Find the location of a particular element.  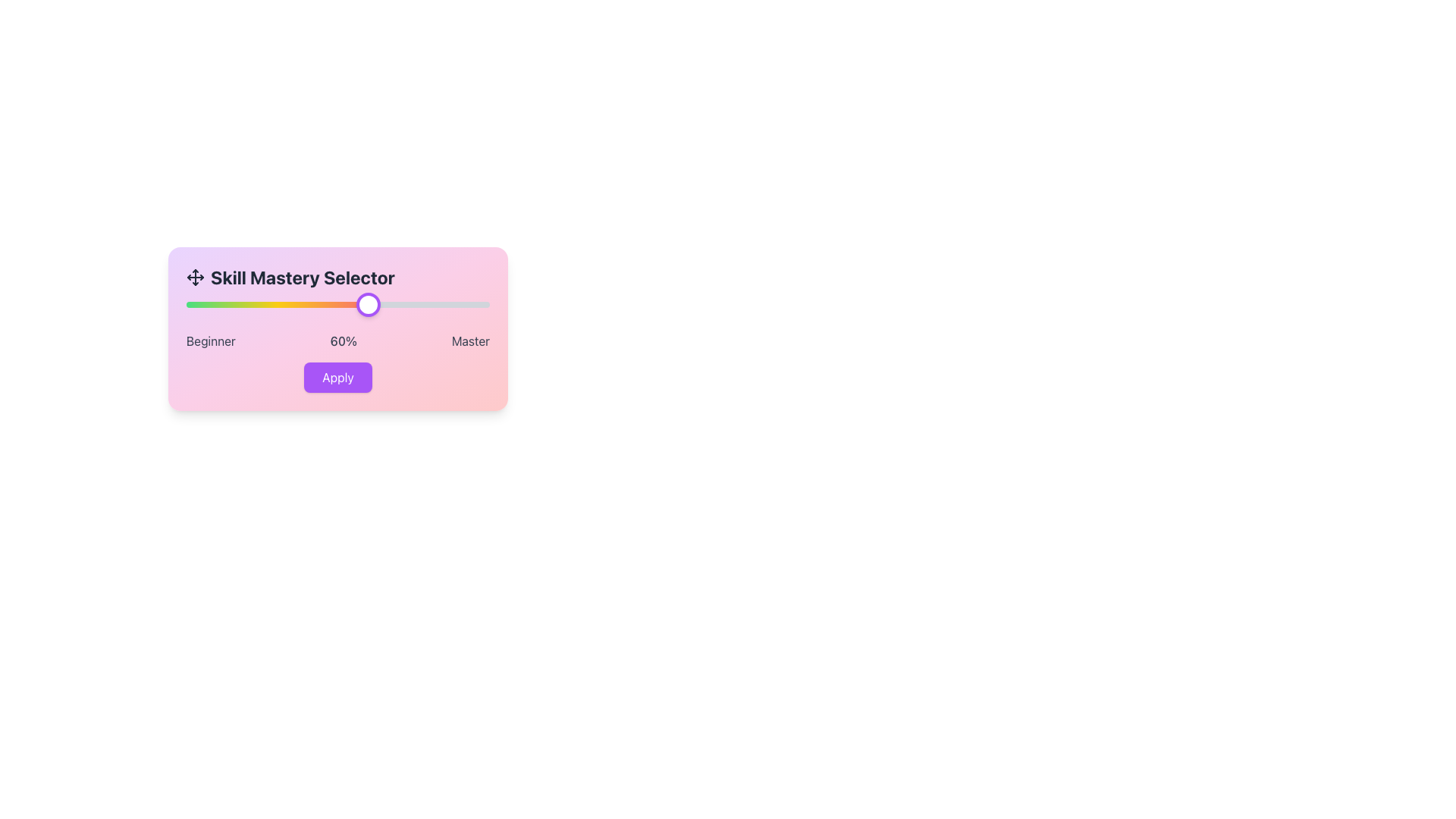

the vector graphic icon representing four arrows pointing outward in a cross formation, located to the left of the 'Skill Mastery Selector' text in the header section is located at coordinates (195, 278).